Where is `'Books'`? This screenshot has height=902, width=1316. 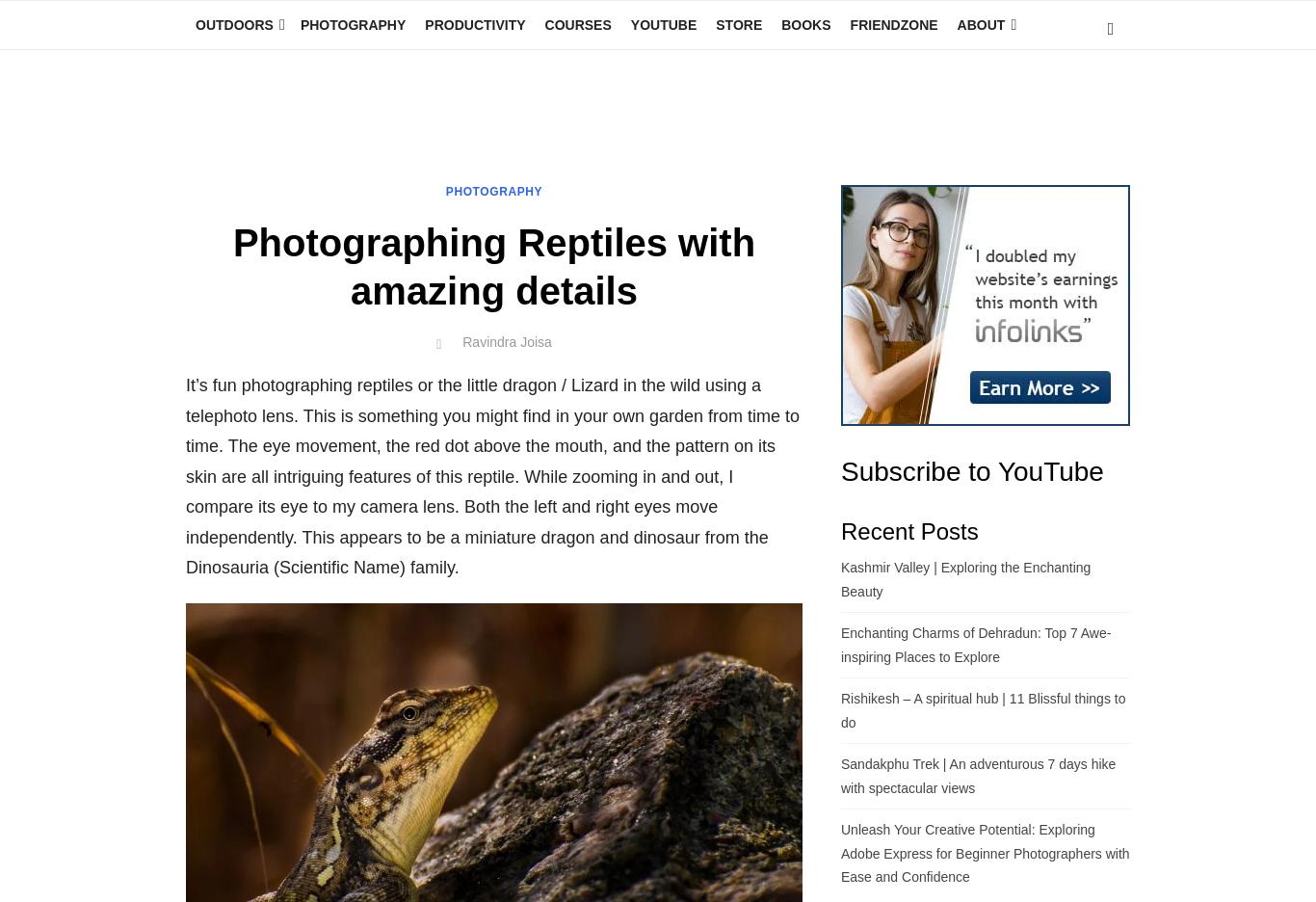 'Books' is located at coordinates (779, 24).